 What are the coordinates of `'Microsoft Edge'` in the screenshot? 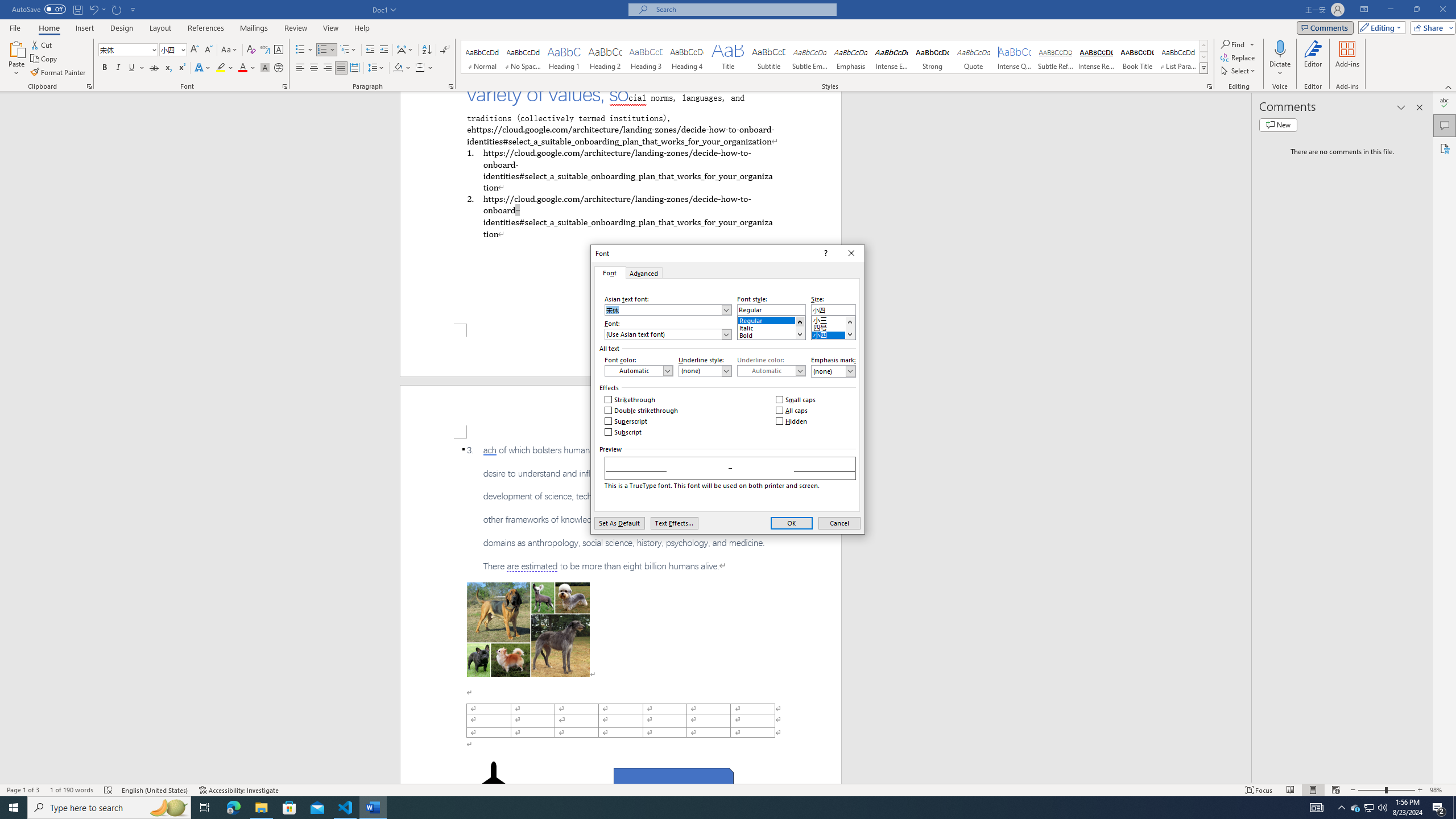 It's located at (233, 806).